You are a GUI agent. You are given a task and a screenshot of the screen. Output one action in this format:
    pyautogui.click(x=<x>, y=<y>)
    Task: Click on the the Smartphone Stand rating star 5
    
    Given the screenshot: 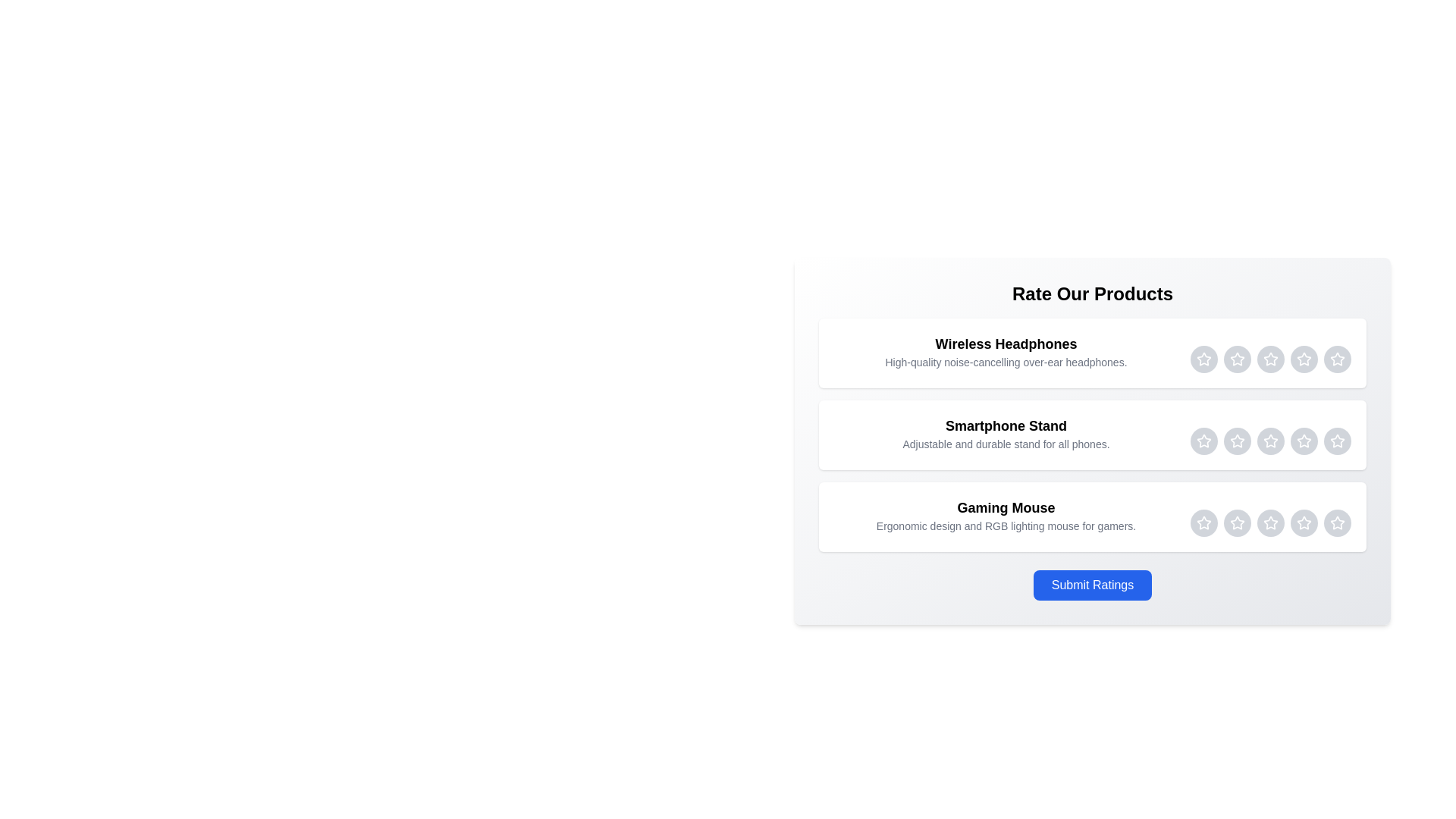 What is the action you would take?
    pyautogui.click(x=1337, y=441)
    